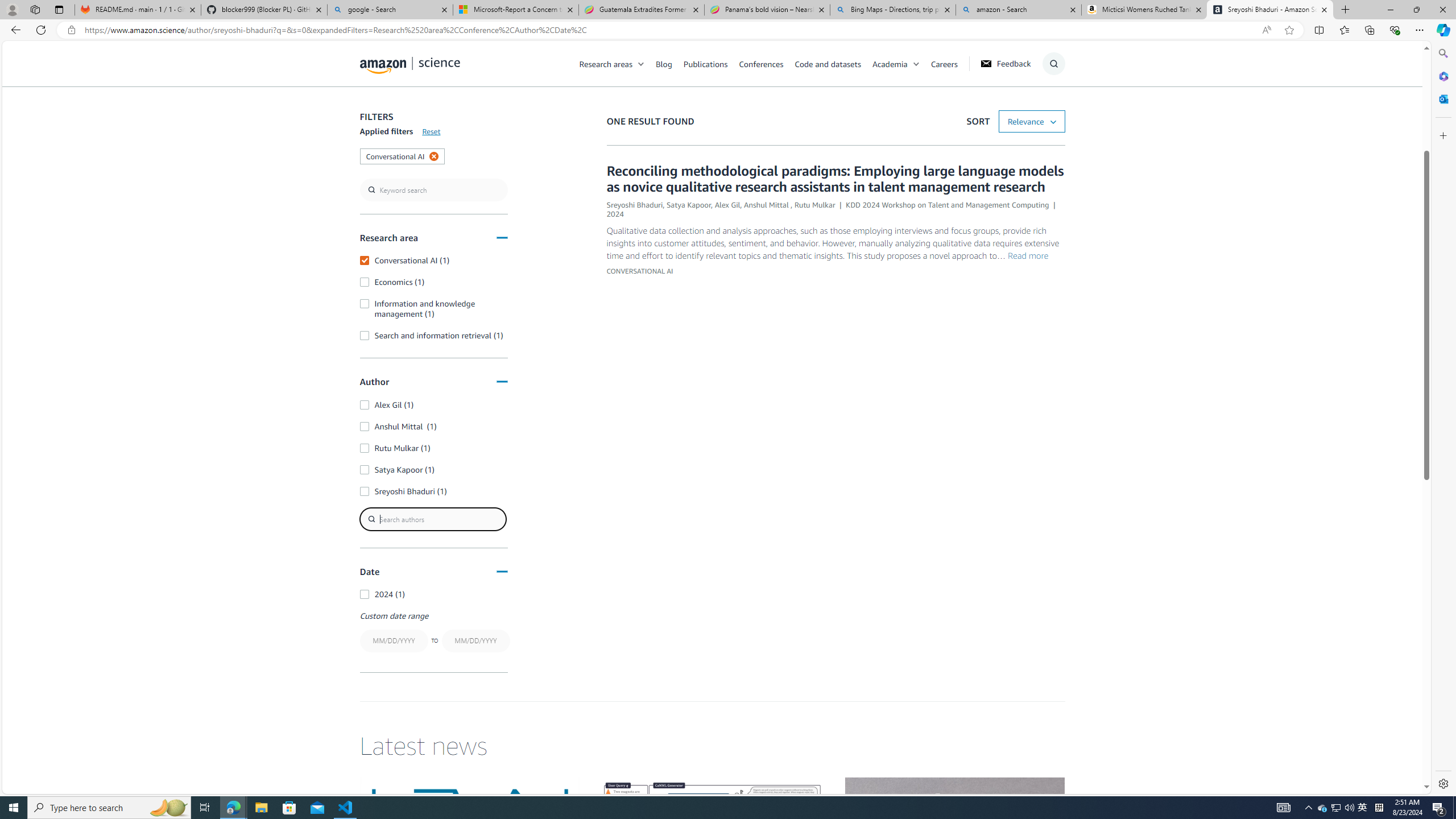 The width and height of the screenshot is (1456, 819). Describe the element at coordinates (1017, 9) in the screenshot. I see `'amazon - Search'` at that location.